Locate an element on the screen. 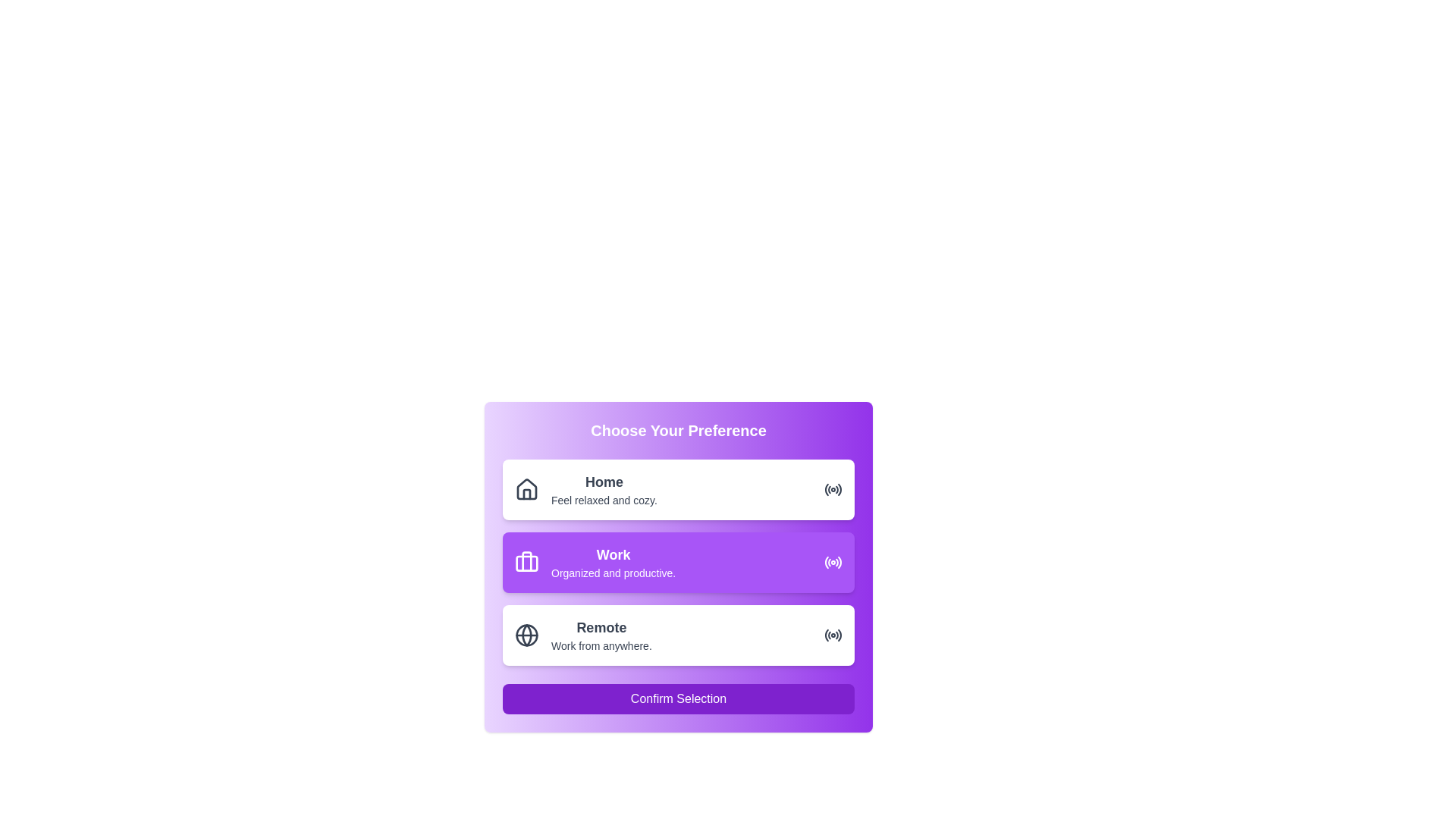 Image resolution: width=1456 pixels, height=819 pixels. the supporting text element that provides a subtitle or description for the selection option labeled 'Remote', which is located directly below the sibling text 'Remote' in the lower section of the third selection option is located at coordinates (601, 646).